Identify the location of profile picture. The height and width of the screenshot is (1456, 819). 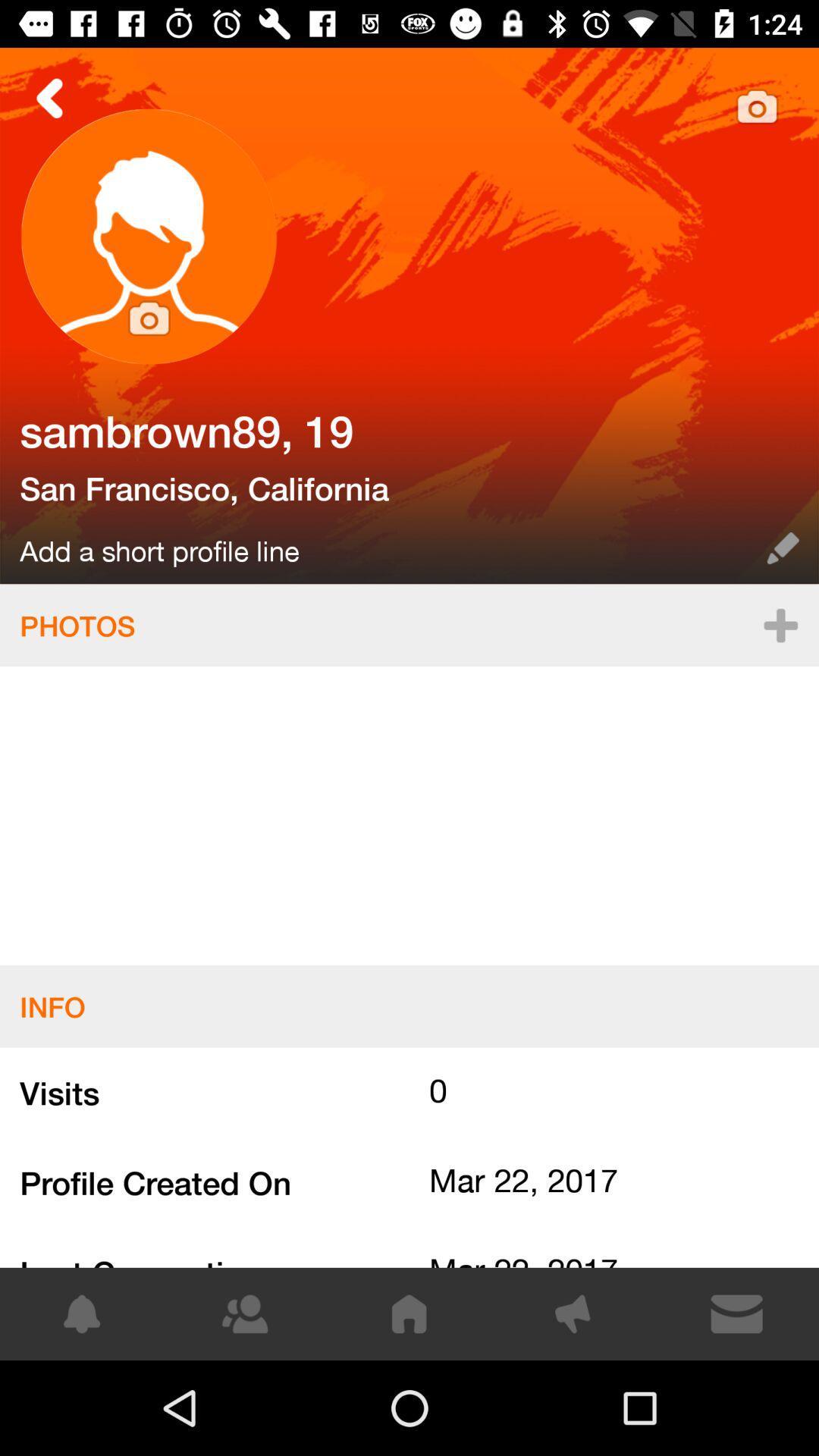
(149, 236).